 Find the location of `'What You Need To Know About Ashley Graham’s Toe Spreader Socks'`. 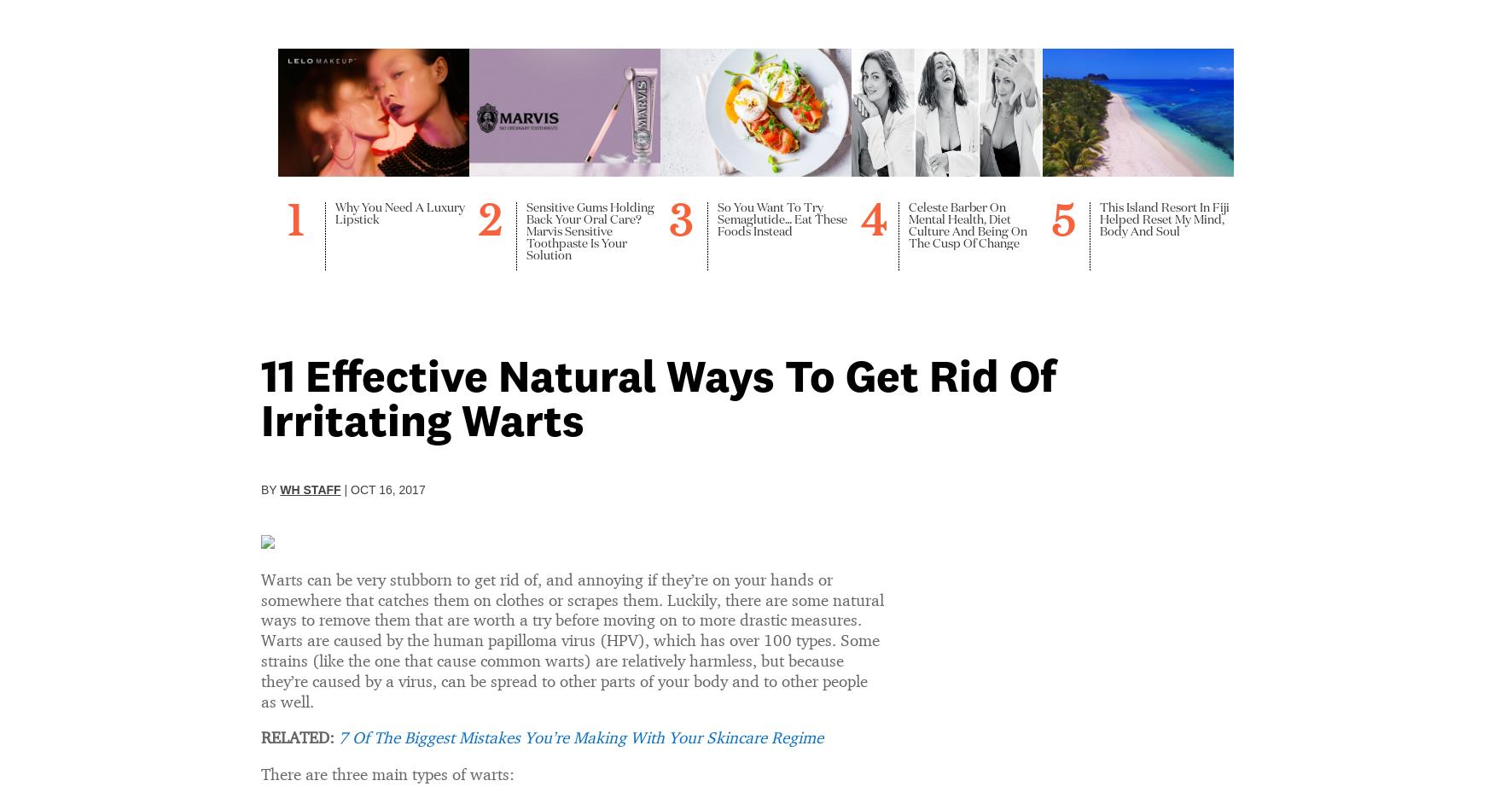

'What You Need To Know About Ashley Graham’s Toe Spreader Socks' is located at coordinates (605, 631).